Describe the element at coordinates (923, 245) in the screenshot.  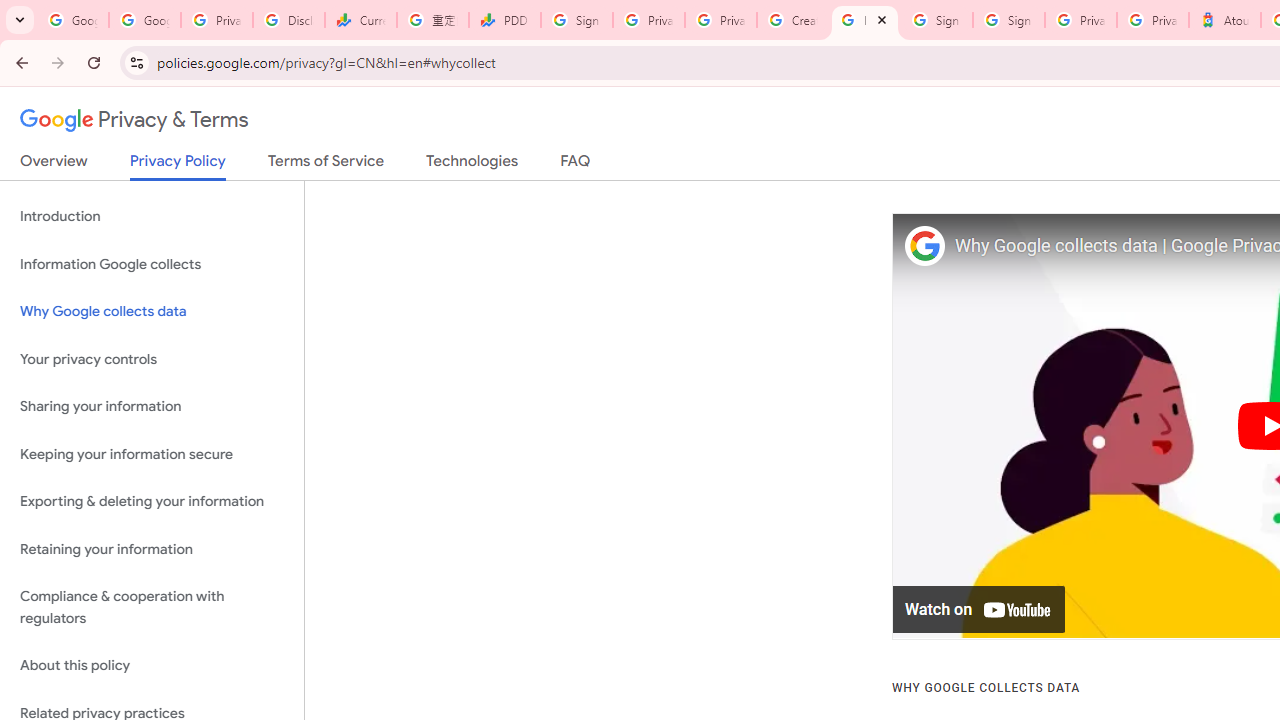
I see `'Photo image of Google'` at that location.